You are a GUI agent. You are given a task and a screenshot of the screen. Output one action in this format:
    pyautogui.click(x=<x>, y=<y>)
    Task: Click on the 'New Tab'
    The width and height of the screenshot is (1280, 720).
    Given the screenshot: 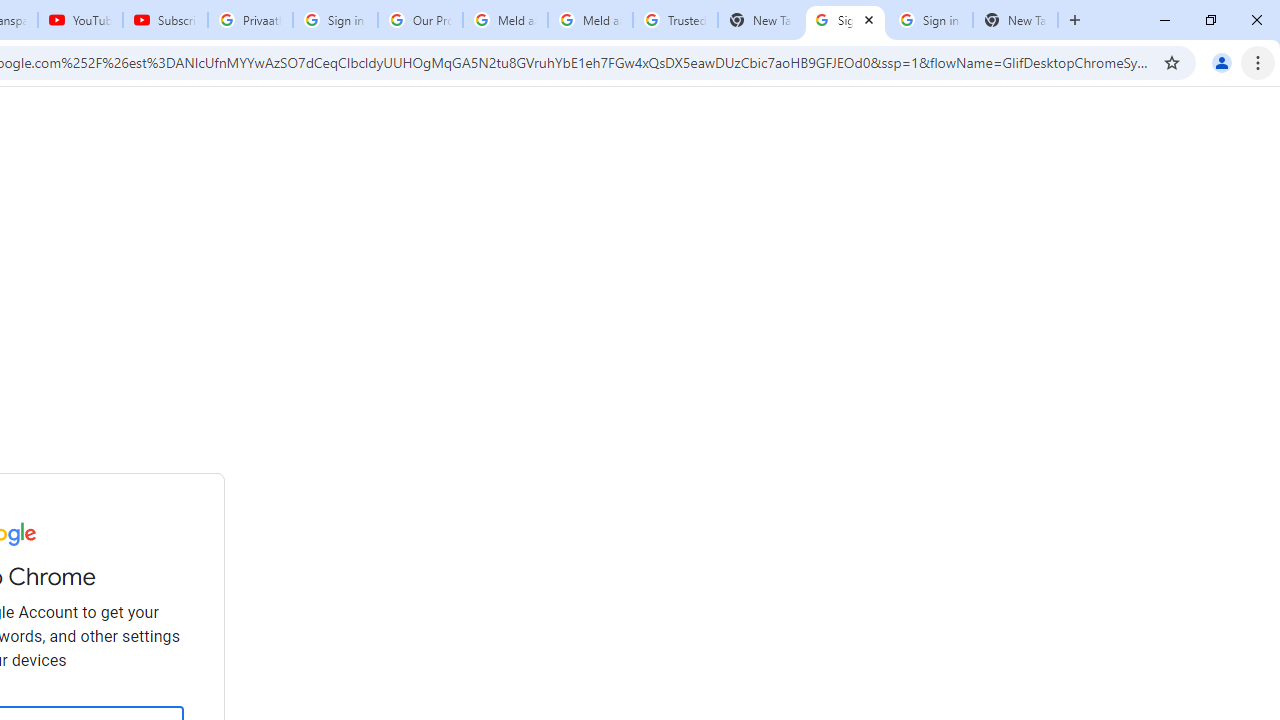 What is the action you would take?
    pyautogui.click(x=1015, y=20)
    